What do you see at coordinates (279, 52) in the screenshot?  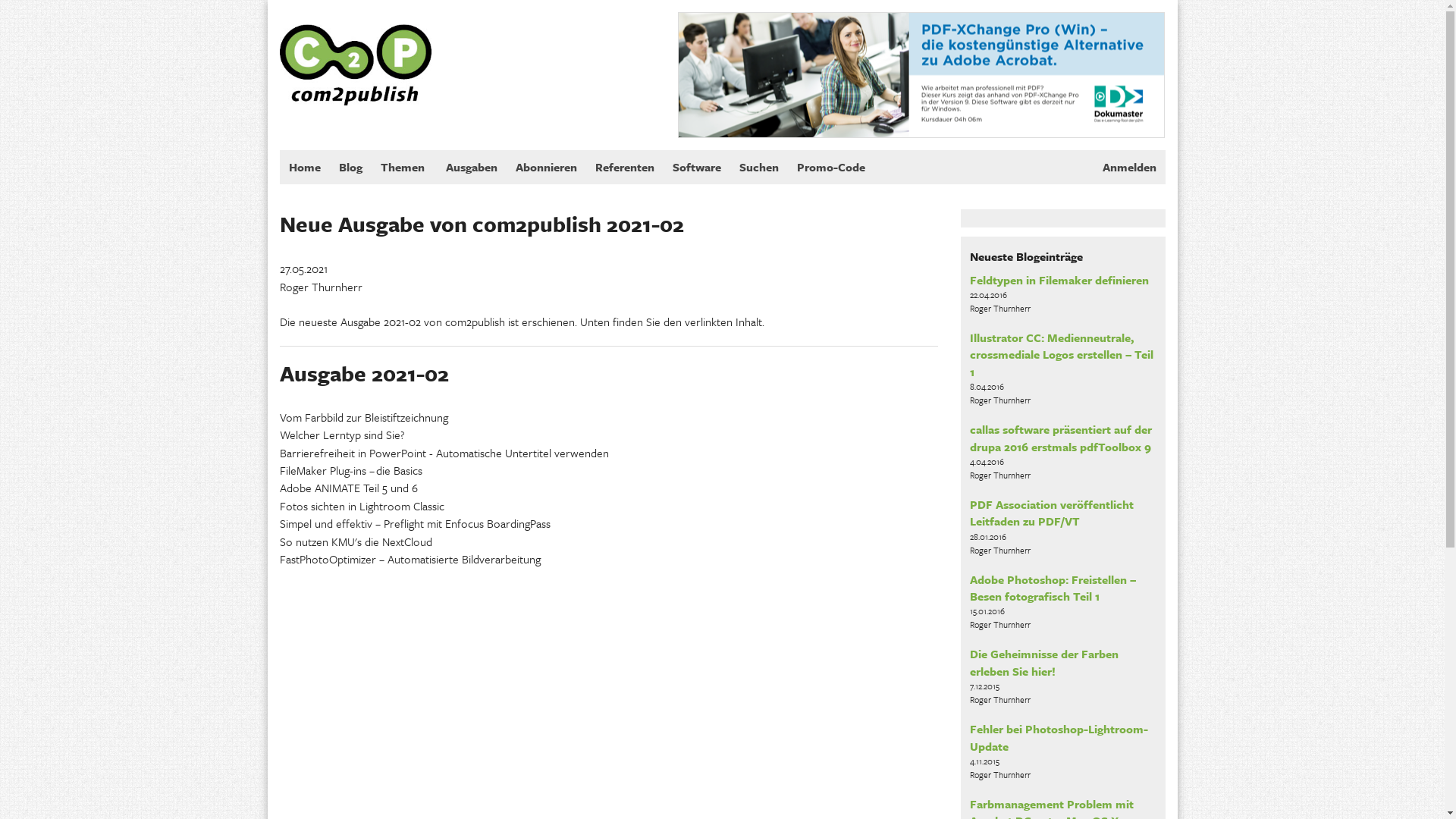 I see `'com2publish Startseite'` at bounding box center [279, 52].